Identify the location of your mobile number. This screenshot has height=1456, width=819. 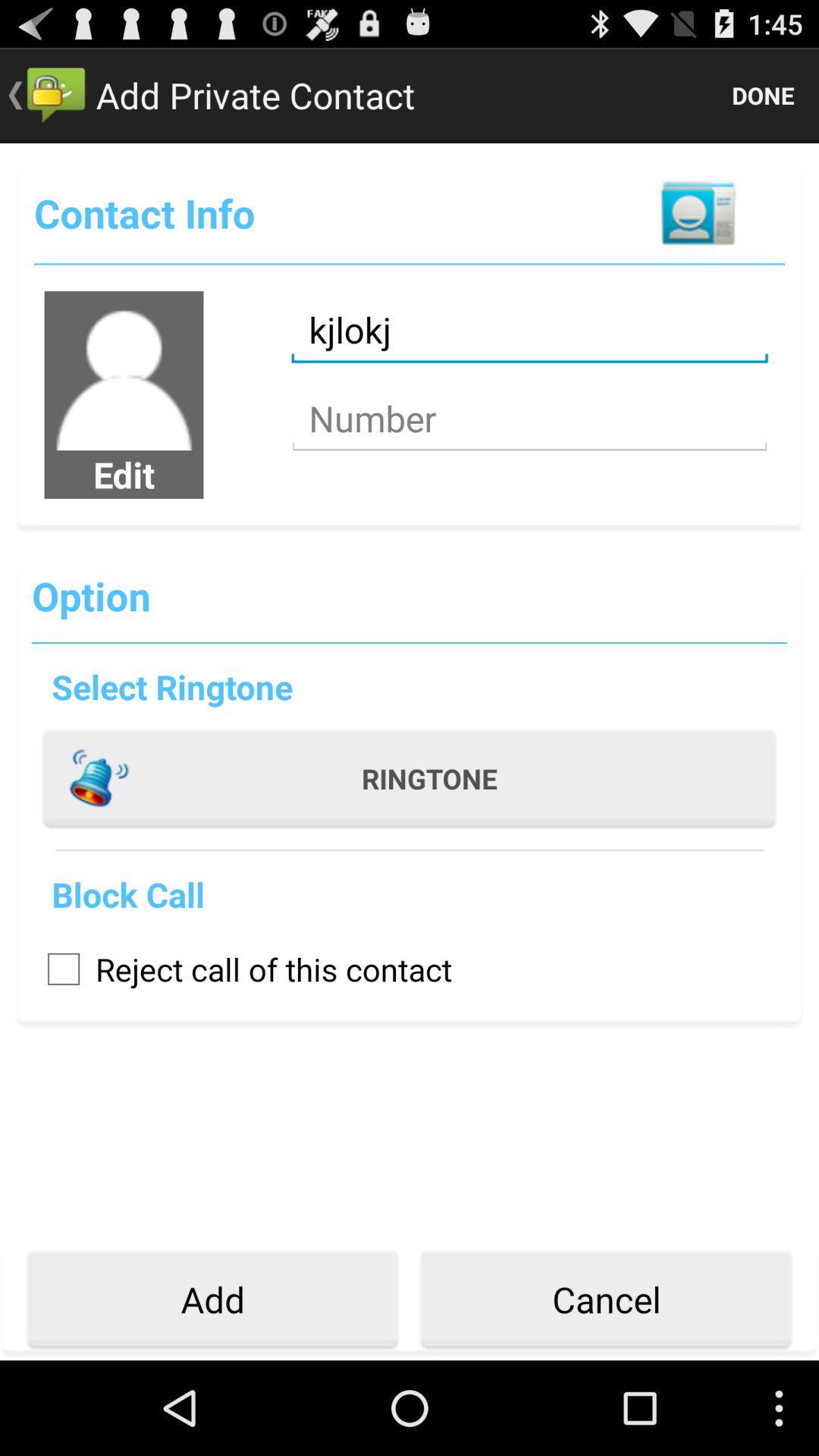
(529, 419).